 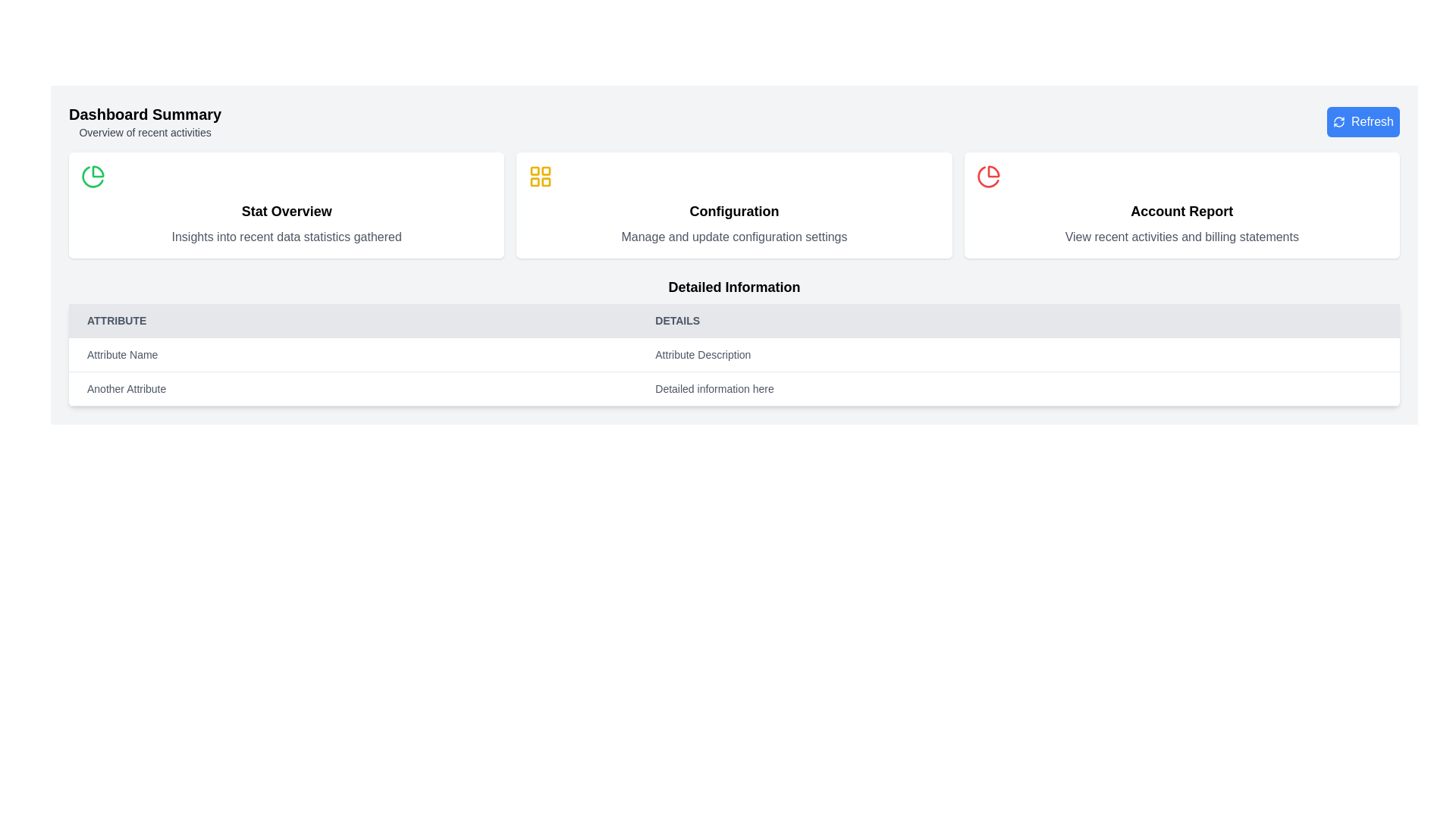 I want to click on the prominent text element displaying 'Dashboard Summary' in bold, which is located in the top left part of the interface, so click(x=145, y=121).